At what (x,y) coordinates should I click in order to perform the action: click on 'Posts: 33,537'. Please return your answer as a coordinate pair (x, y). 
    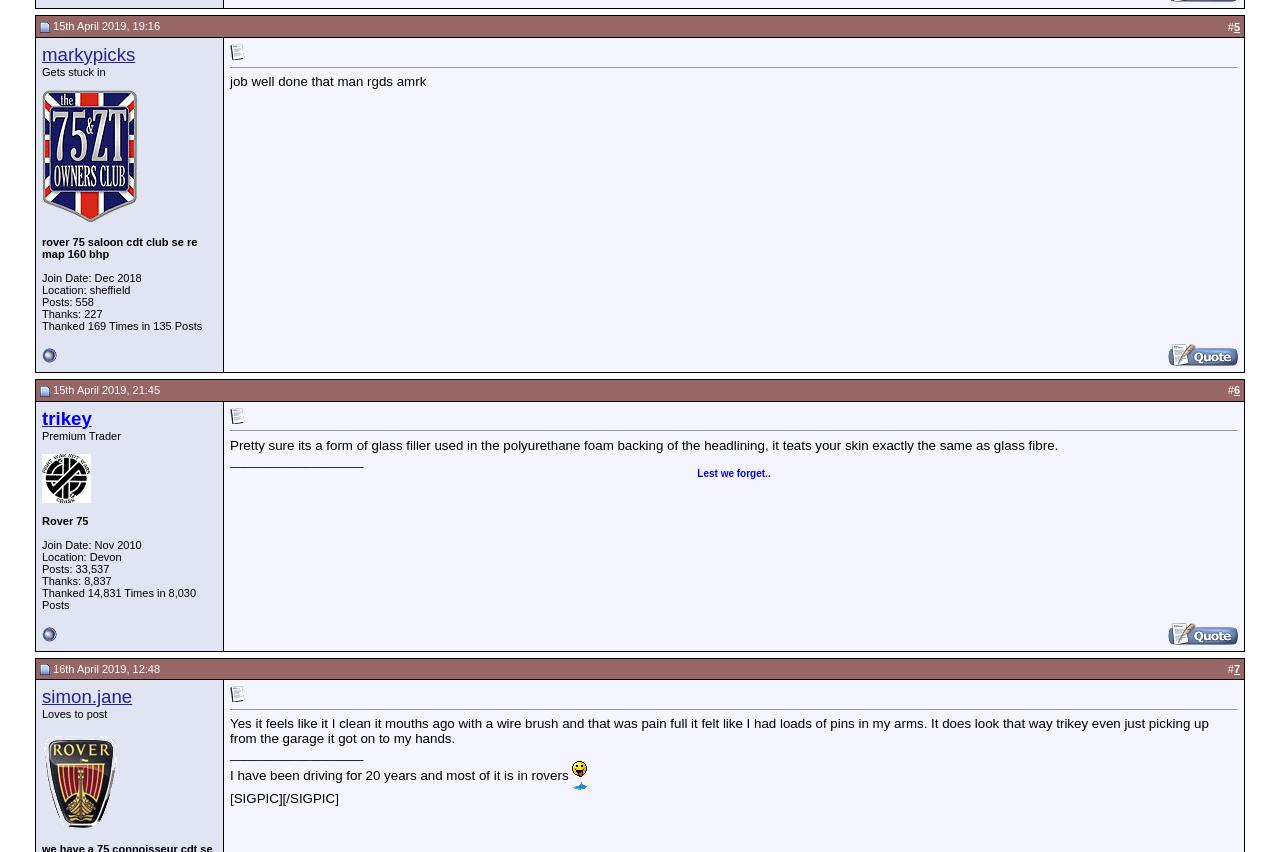
    Looking at the image, I should click on (75, 568).